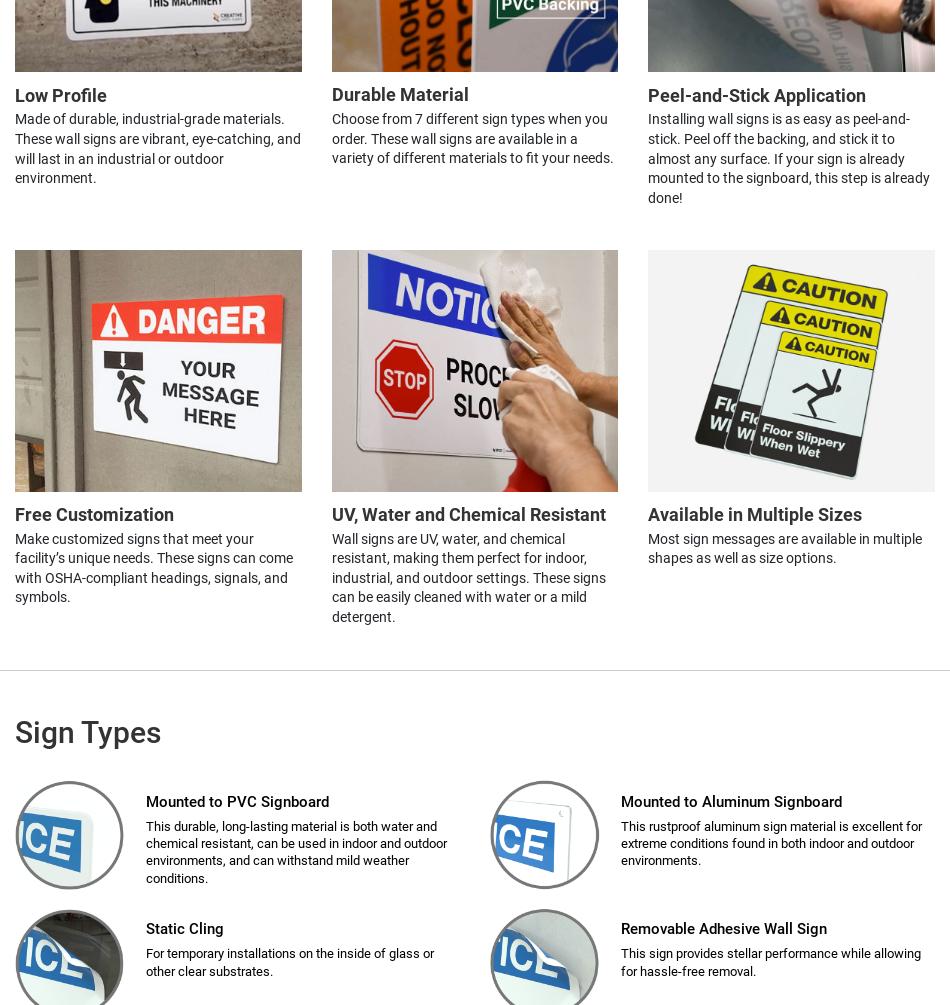 This screenshot has height=1005, width=950. Describe the element at coordinates (295, 850) in the screenshot. I see `'This durable, long-lasting material is both water and chemical resistant, can be used in indoor and outdoor environments, and can withstand mild weather conditions.'` at that location.